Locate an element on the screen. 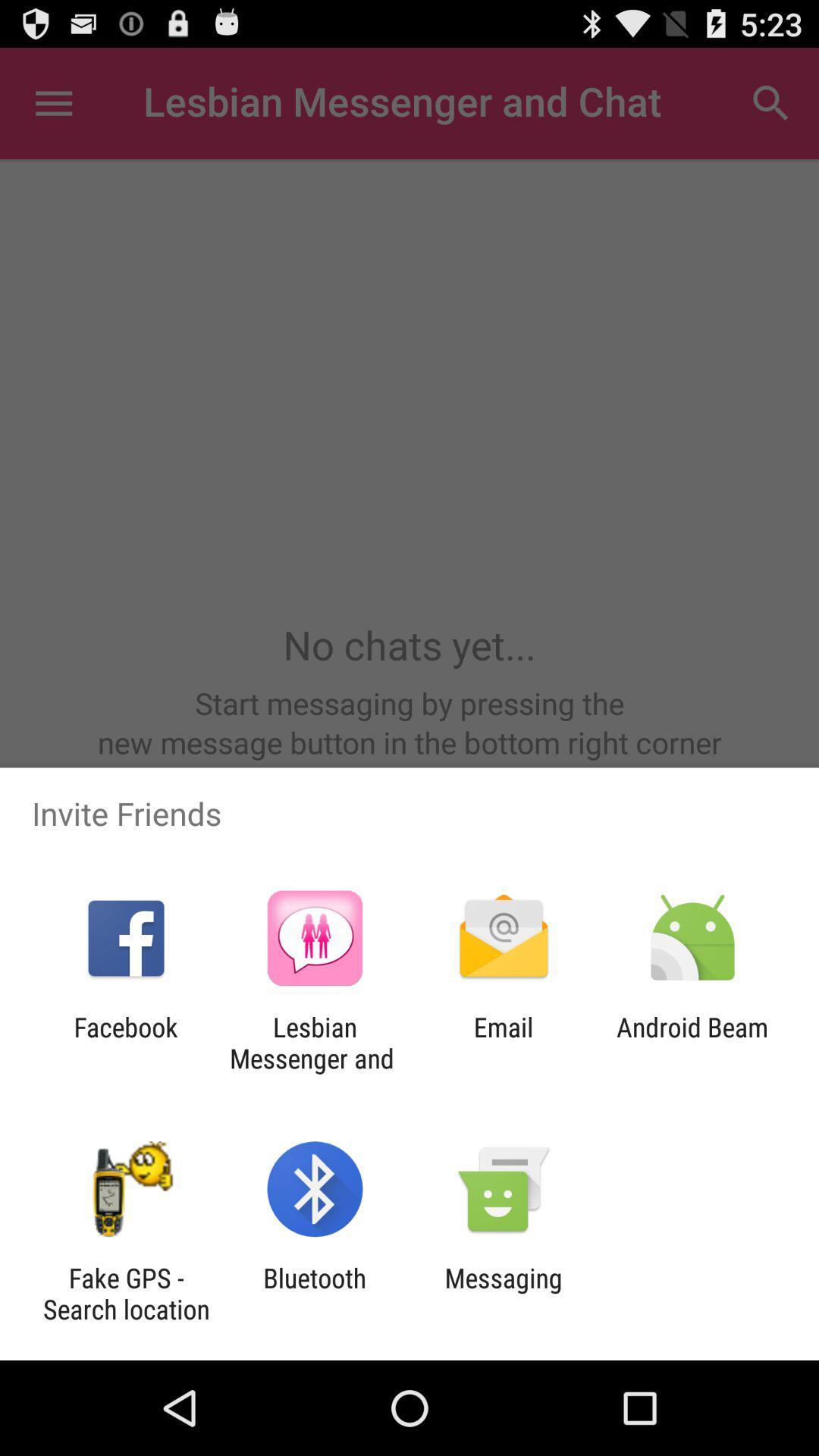  the app next to the facebook is located at coordinates (314, 1042).